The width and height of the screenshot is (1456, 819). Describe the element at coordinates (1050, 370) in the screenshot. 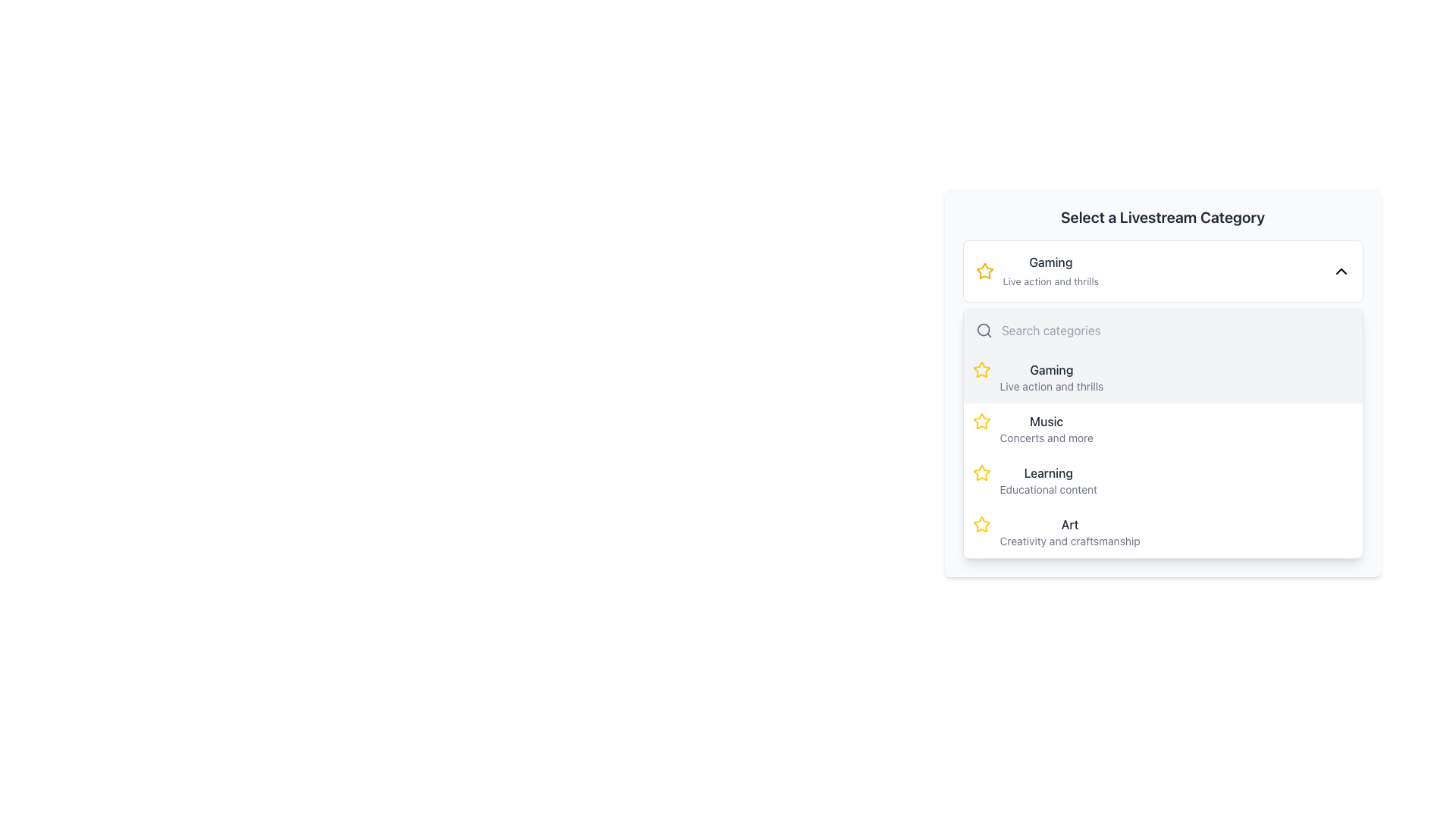

I see `the 'Gaming' text label in the 'Select a Livestream Category' panel` at that location.